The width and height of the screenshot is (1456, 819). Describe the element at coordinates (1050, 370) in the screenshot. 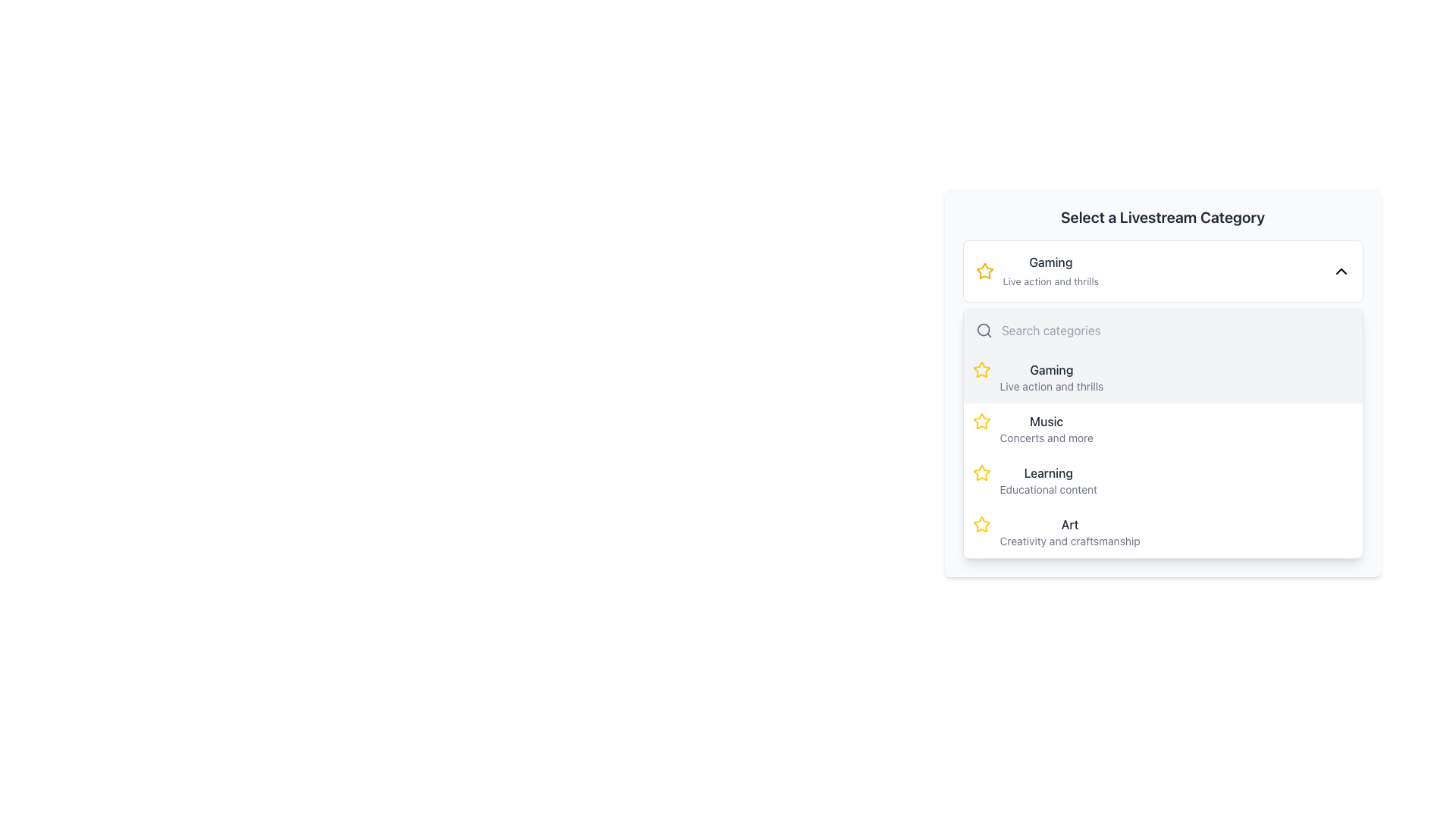

I see `the 'Gaming' text label in the 'Select a Livestream Category' panel` at that location.